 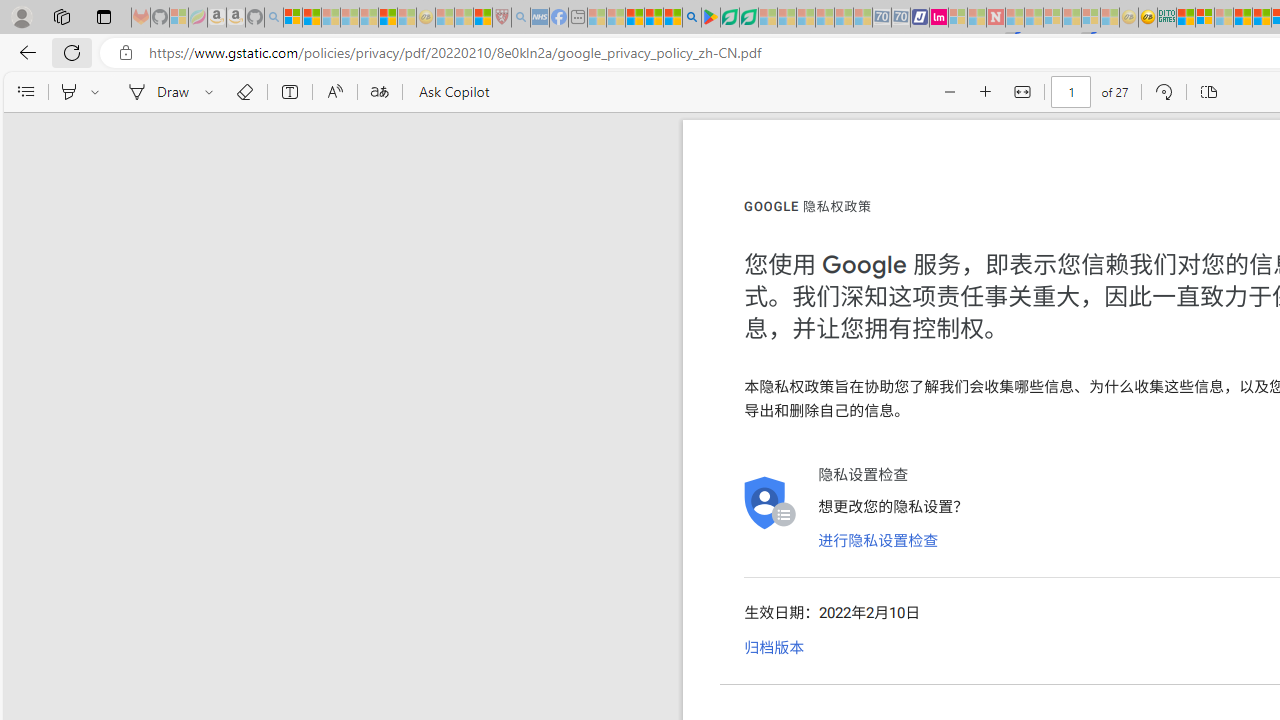 What do you see at coordinates (97, 92) in the screenshot?
I see `'Select a highlight color'` at bounding box center [97, 92].